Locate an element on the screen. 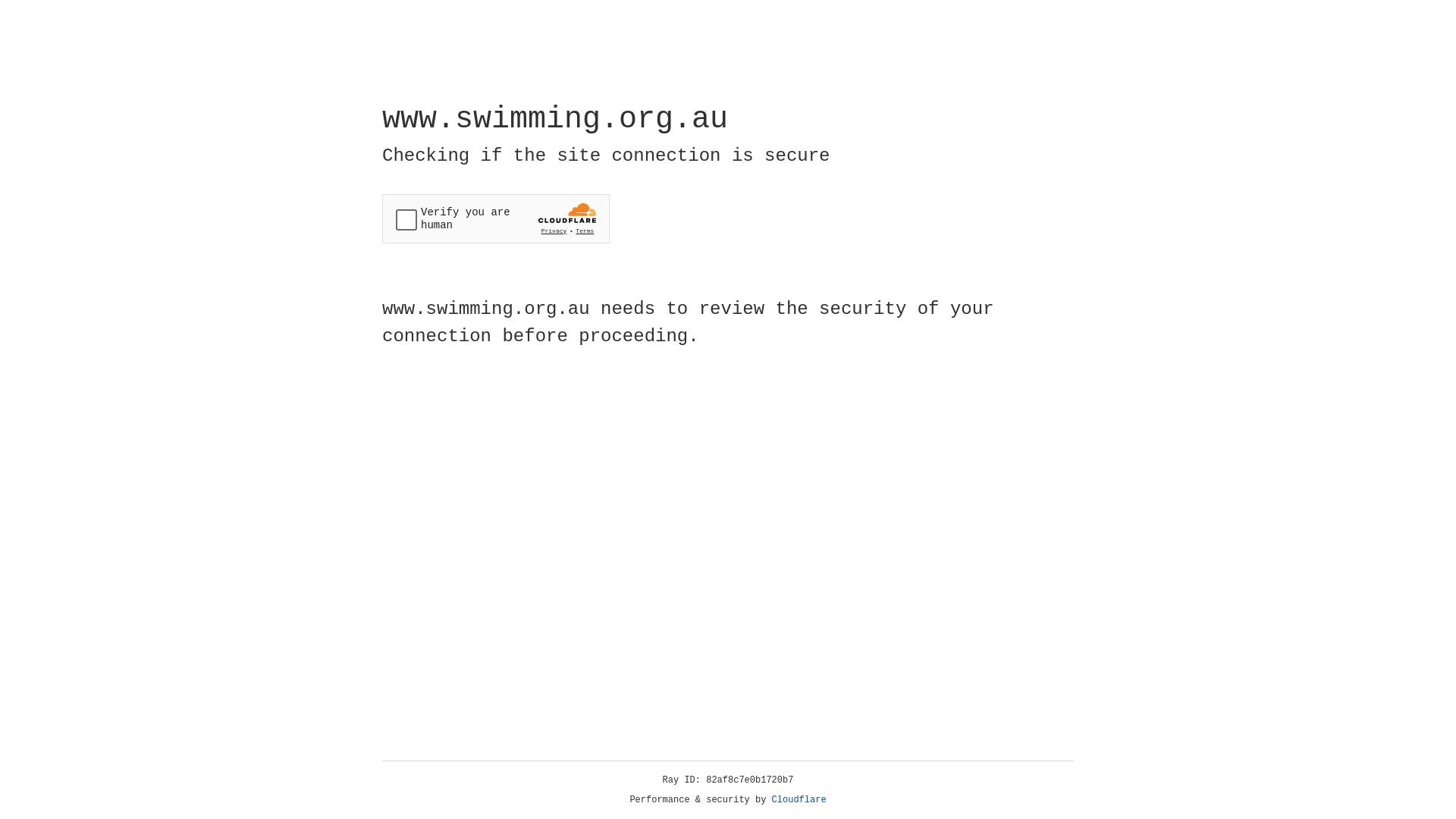  'Widget containing a Cloudflare security challenge' is located at coordinates (495, 218).